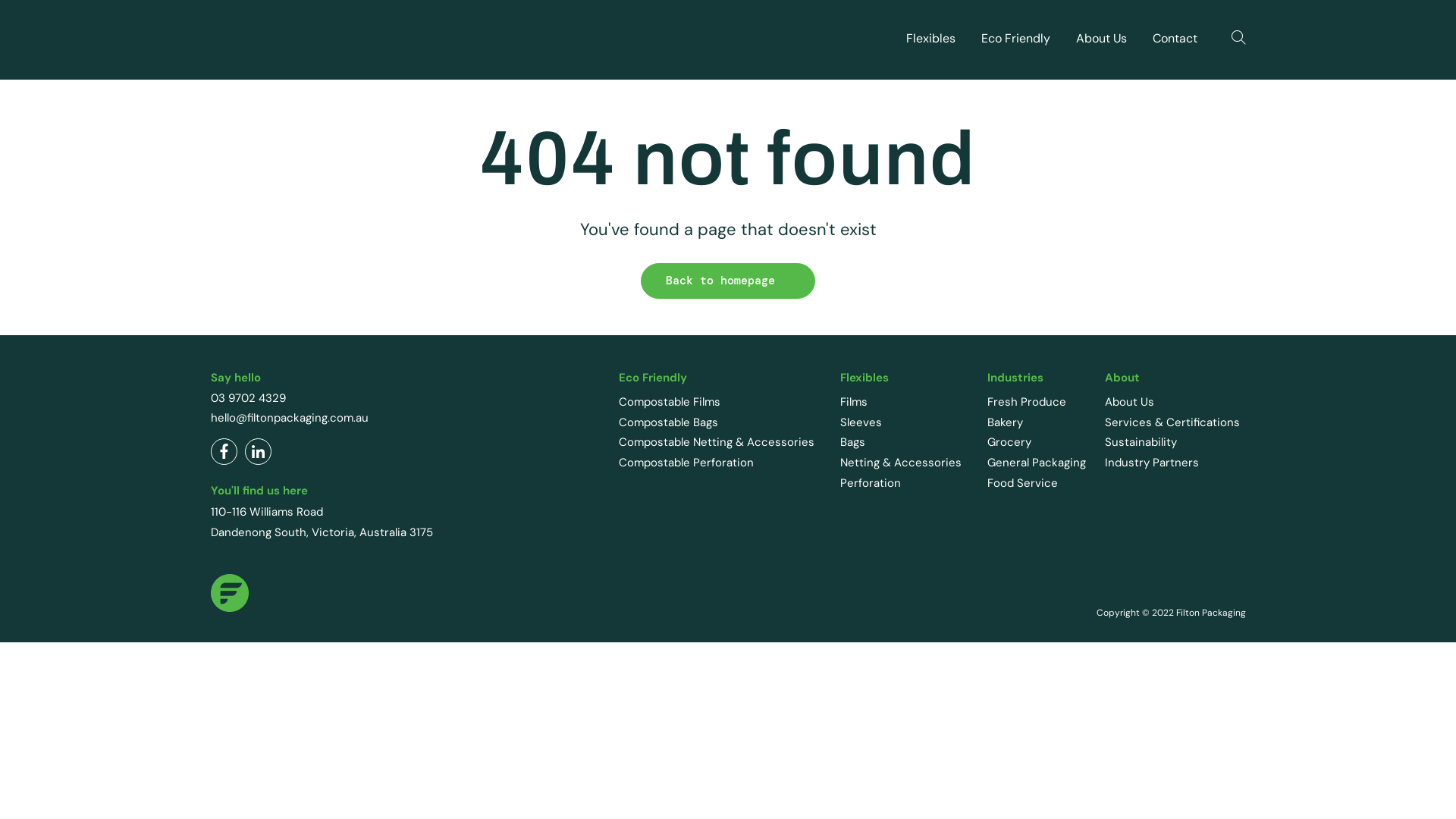  Describe the element at coordinates (686, 461) in the screenshot. I see `'Compostable Perforation'` at that location.